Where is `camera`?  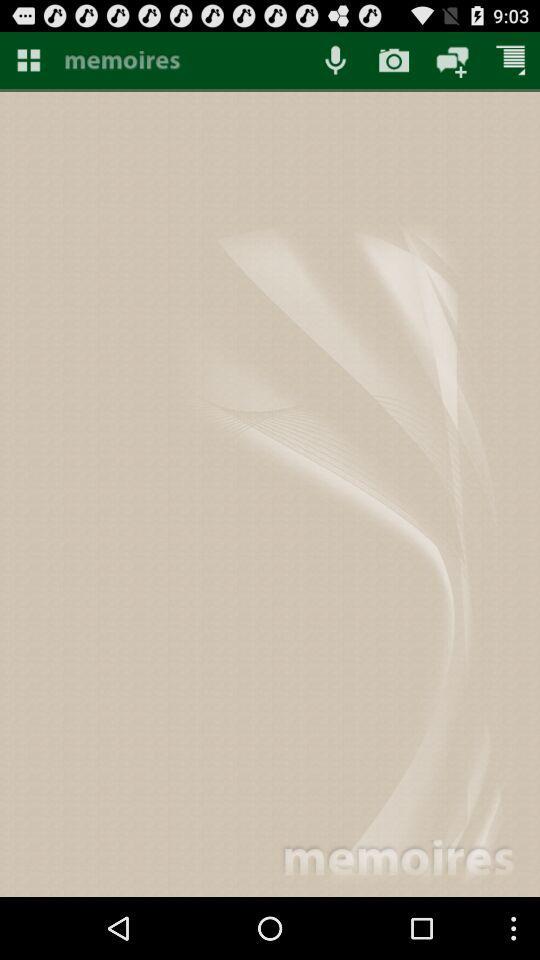 camera is located at coordinates (394, 59).